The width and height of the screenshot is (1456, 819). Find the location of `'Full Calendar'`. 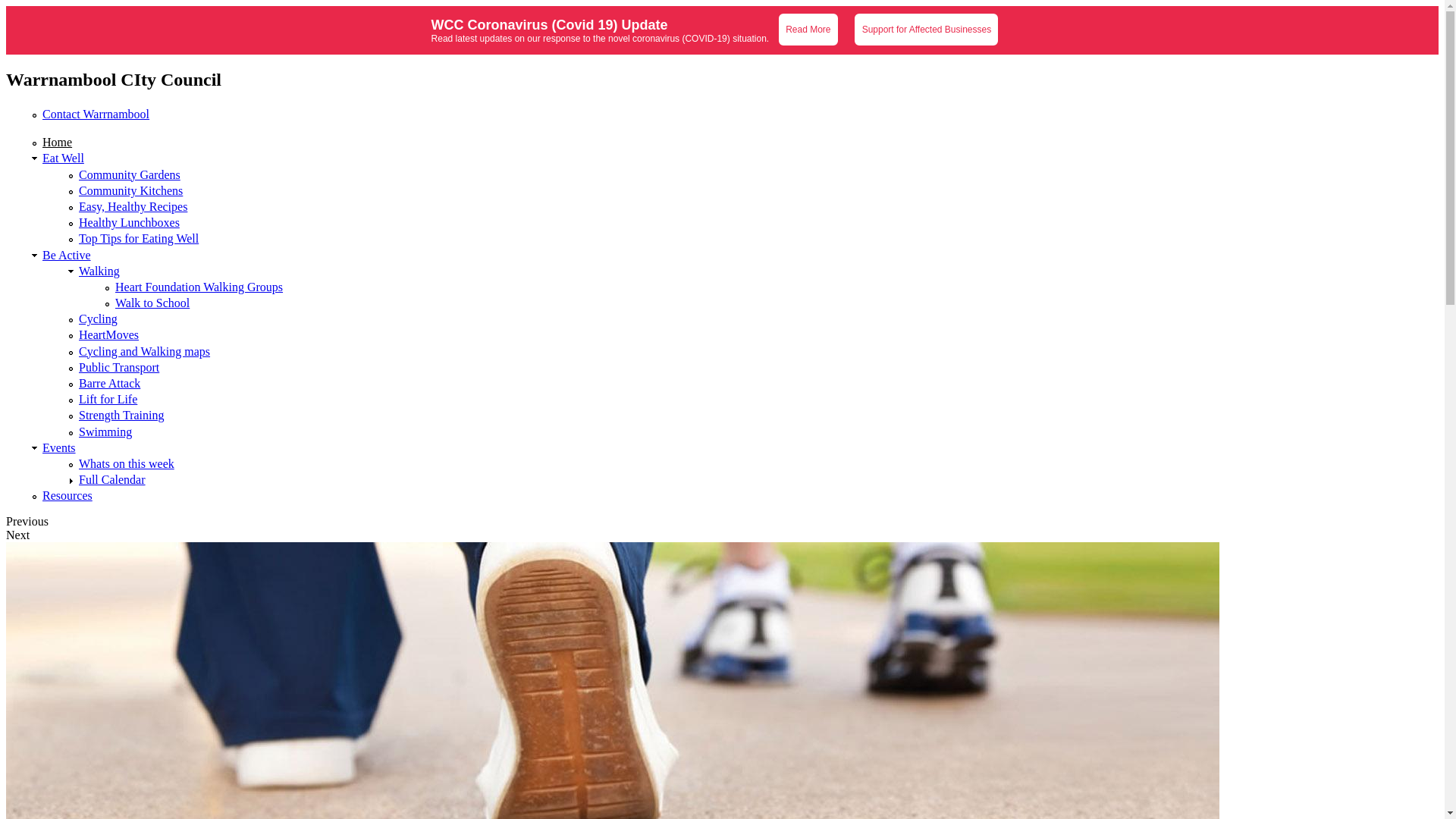

'Full Calendar' is located at coordinates (111, 479).